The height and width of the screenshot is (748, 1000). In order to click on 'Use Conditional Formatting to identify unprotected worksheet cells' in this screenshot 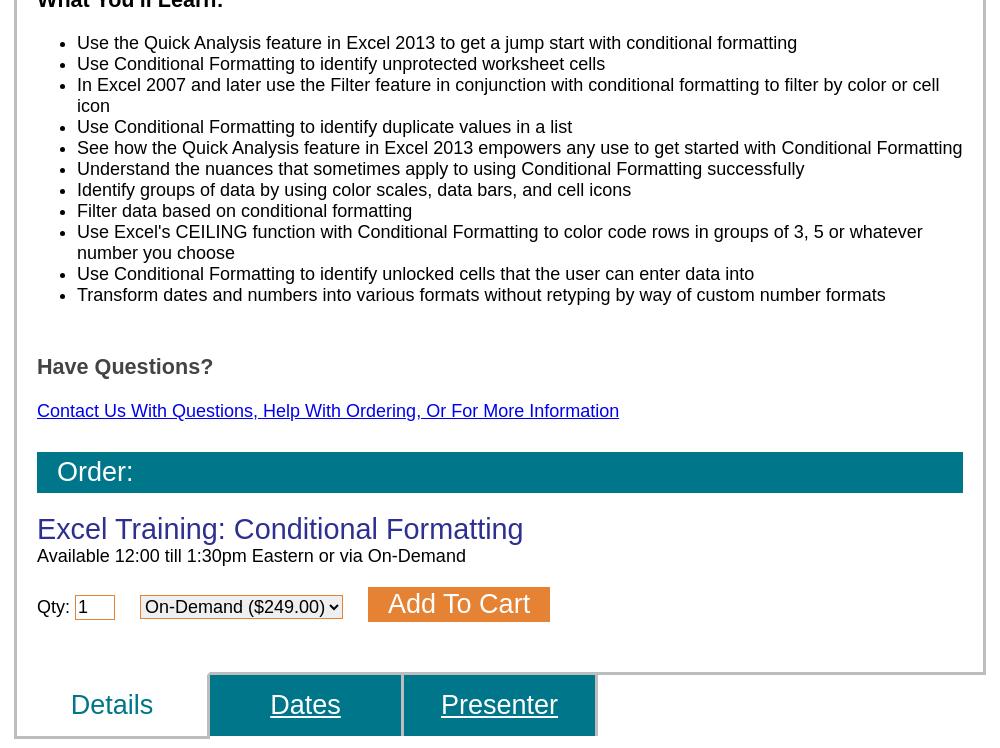, I will do `click(340, 63)`.